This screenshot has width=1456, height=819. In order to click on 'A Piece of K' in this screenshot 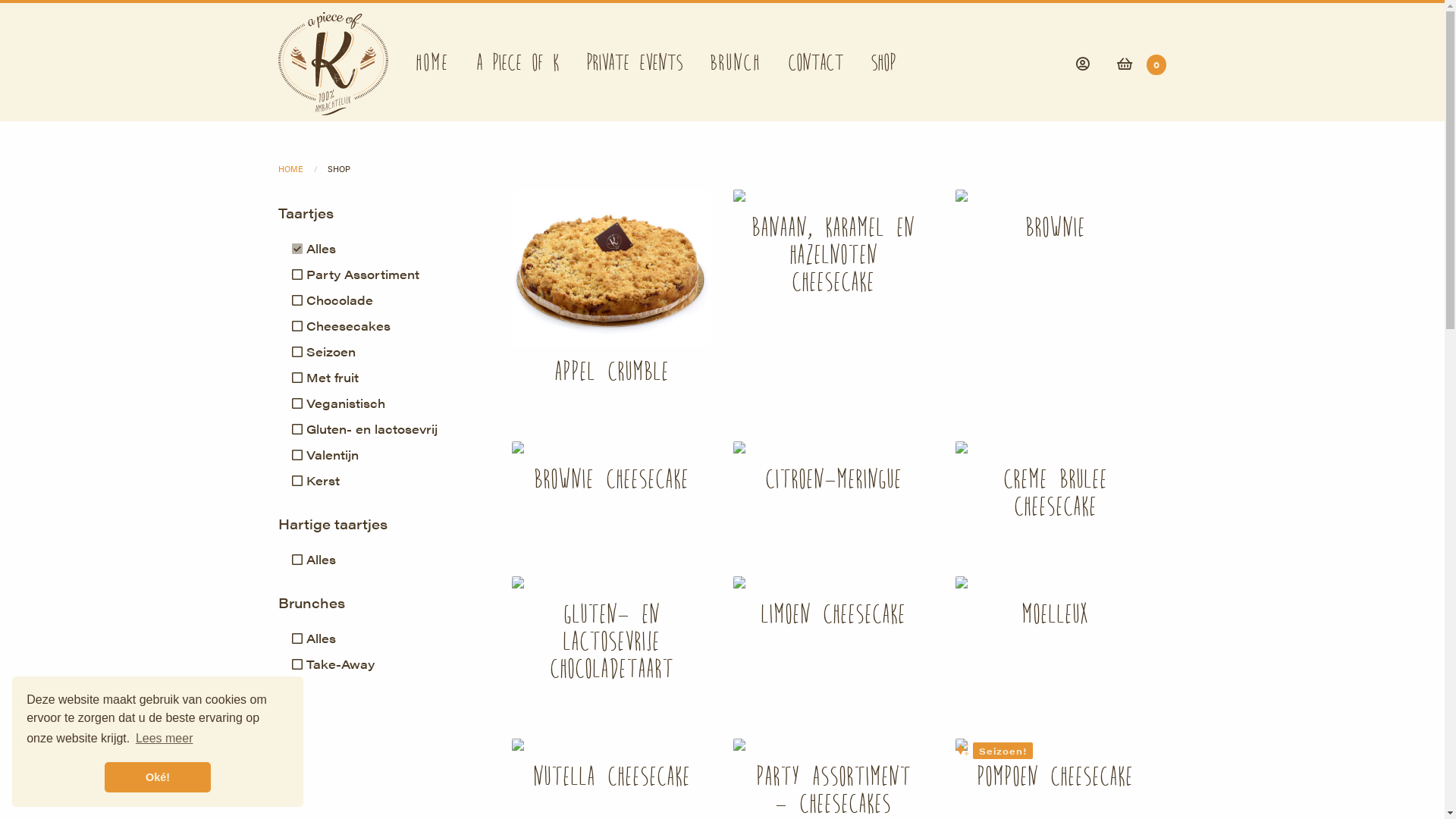, I will do `click(461, 63)`.